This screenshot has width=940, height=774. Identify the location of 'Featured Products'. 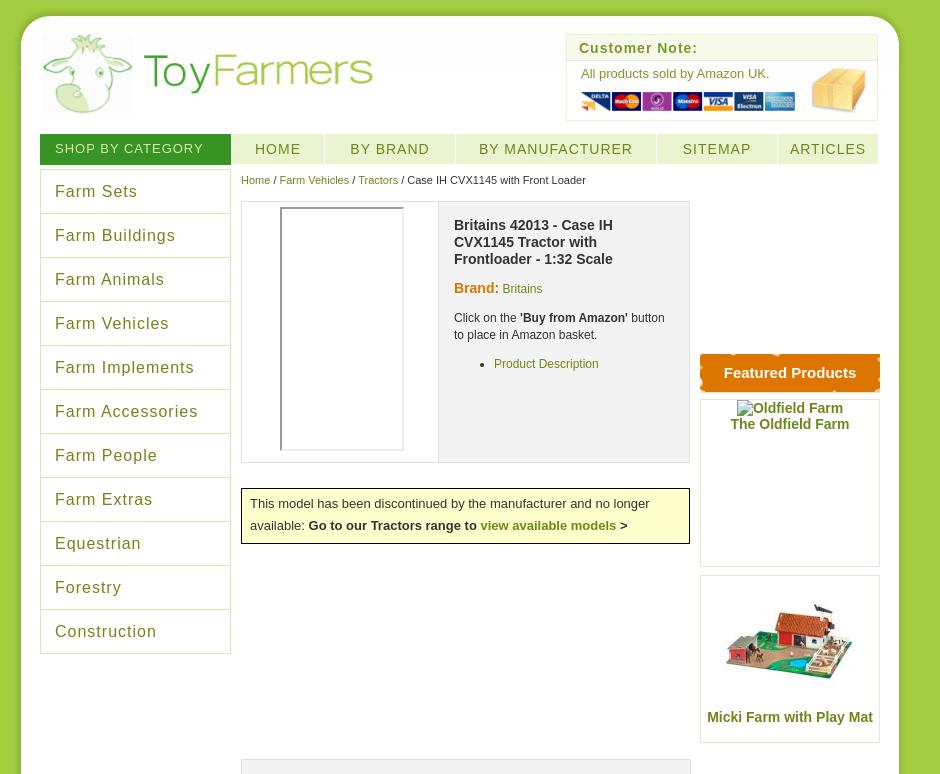
(789, 371).